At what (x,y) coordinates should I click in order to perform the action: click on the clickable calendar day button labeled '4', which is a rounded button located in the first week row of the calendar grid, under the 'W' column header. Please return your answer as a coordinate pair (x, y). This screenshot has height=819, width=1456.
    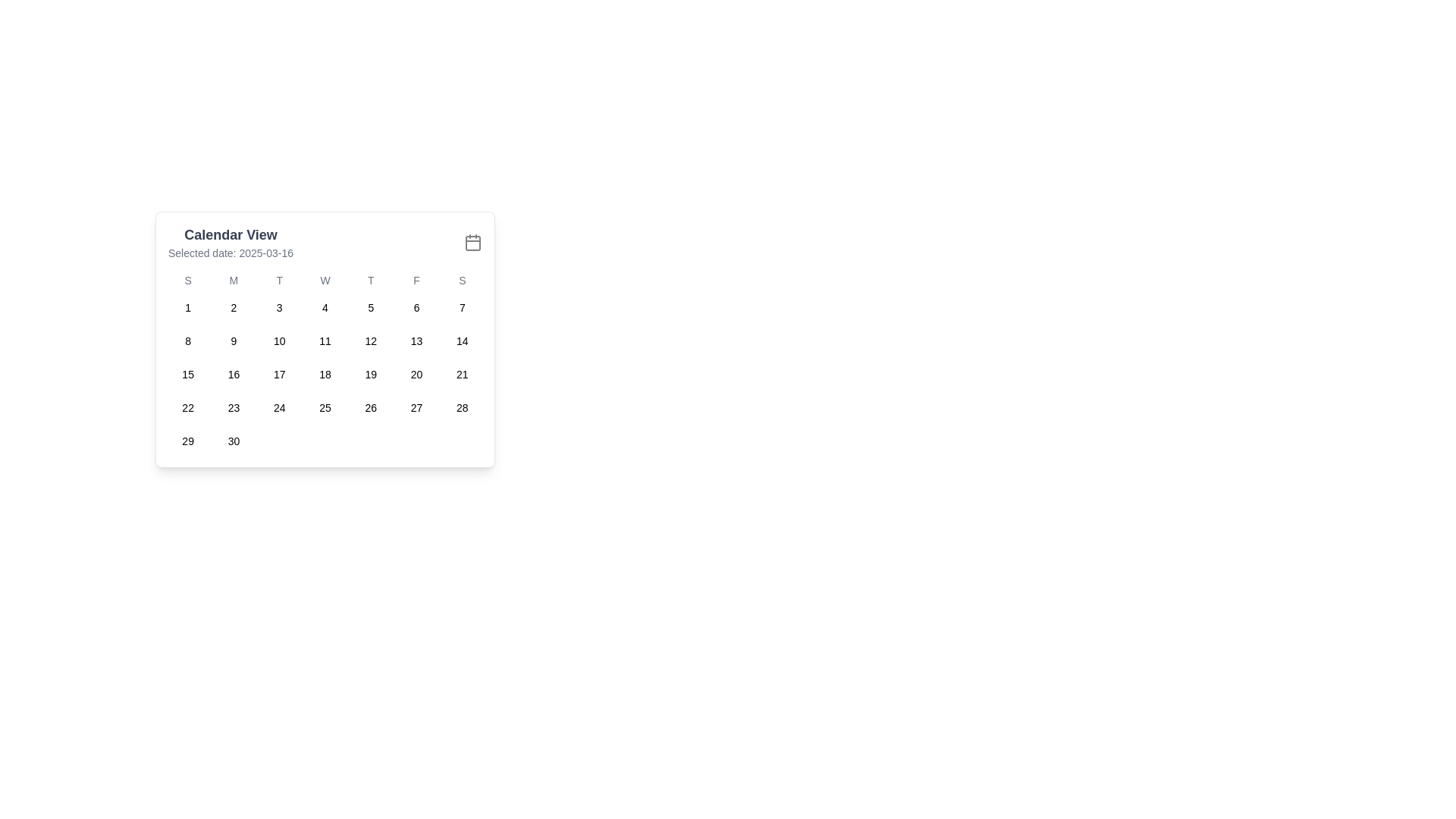
    Looking at the image, I should click on (324, 307).